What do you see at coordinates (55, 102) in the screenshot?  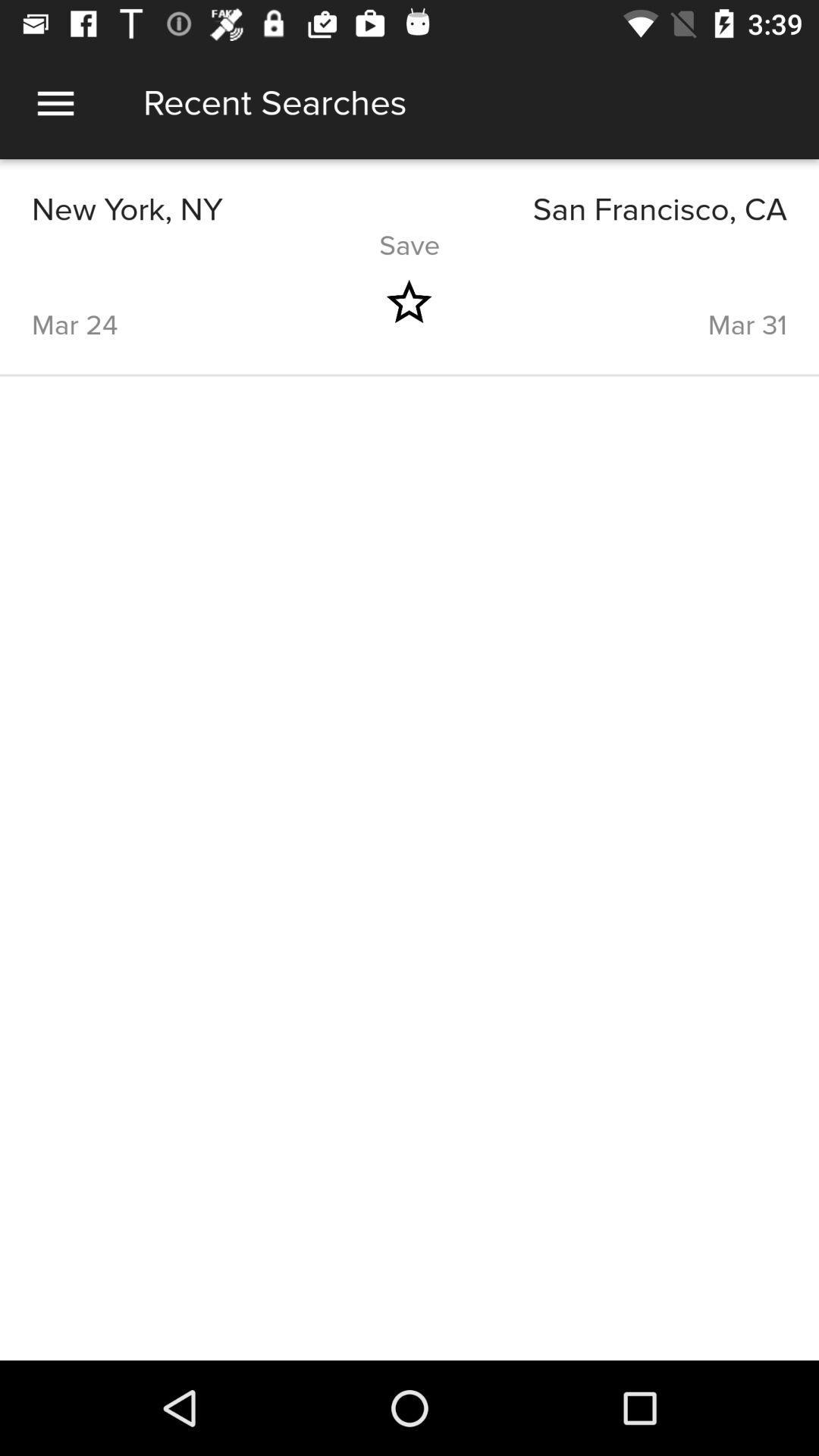 I see `the icon above the new york, ny` at bounding box center [55, 102].